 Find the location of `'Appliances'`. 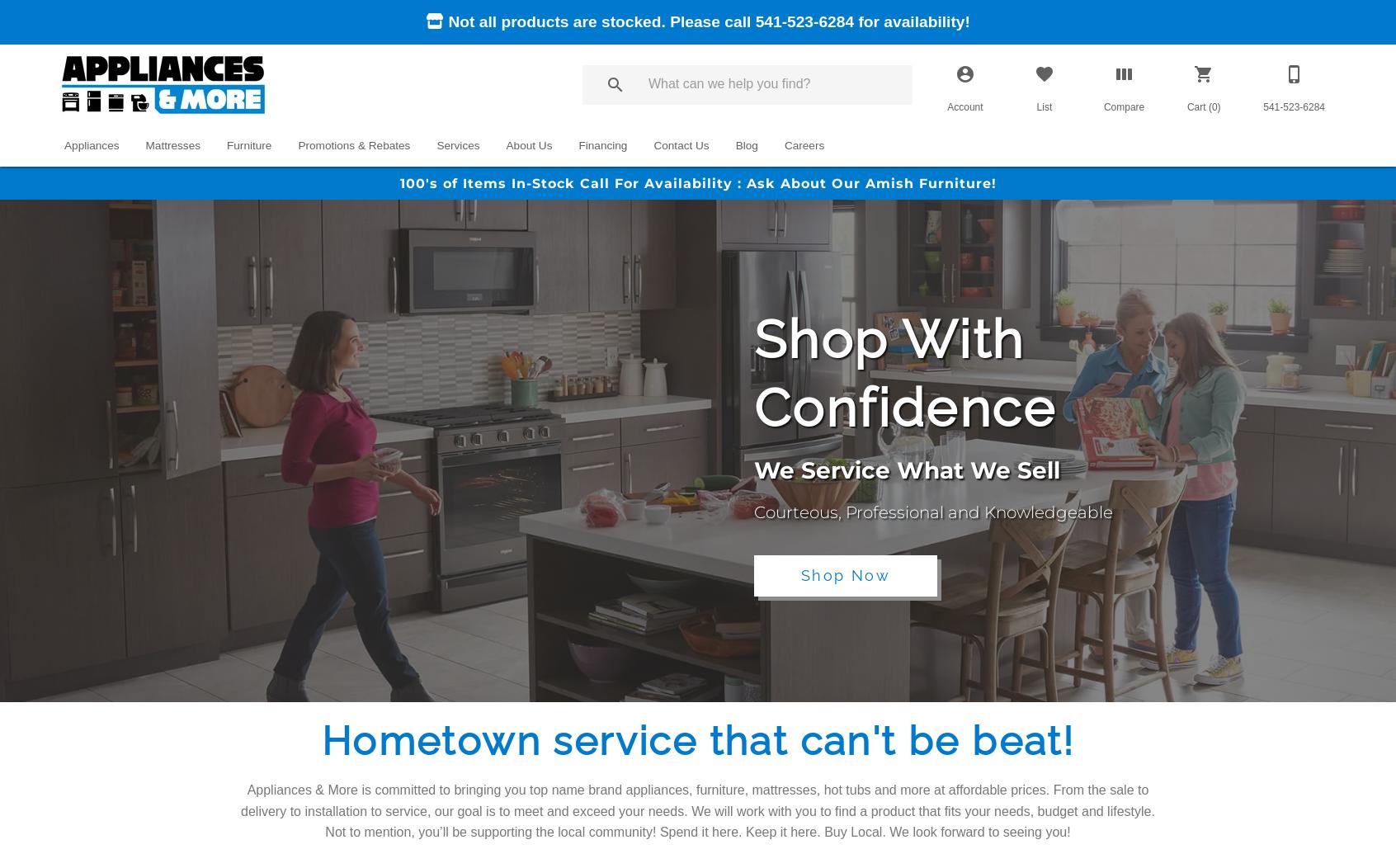

'Appliances' is located at coordinates (64, 144).